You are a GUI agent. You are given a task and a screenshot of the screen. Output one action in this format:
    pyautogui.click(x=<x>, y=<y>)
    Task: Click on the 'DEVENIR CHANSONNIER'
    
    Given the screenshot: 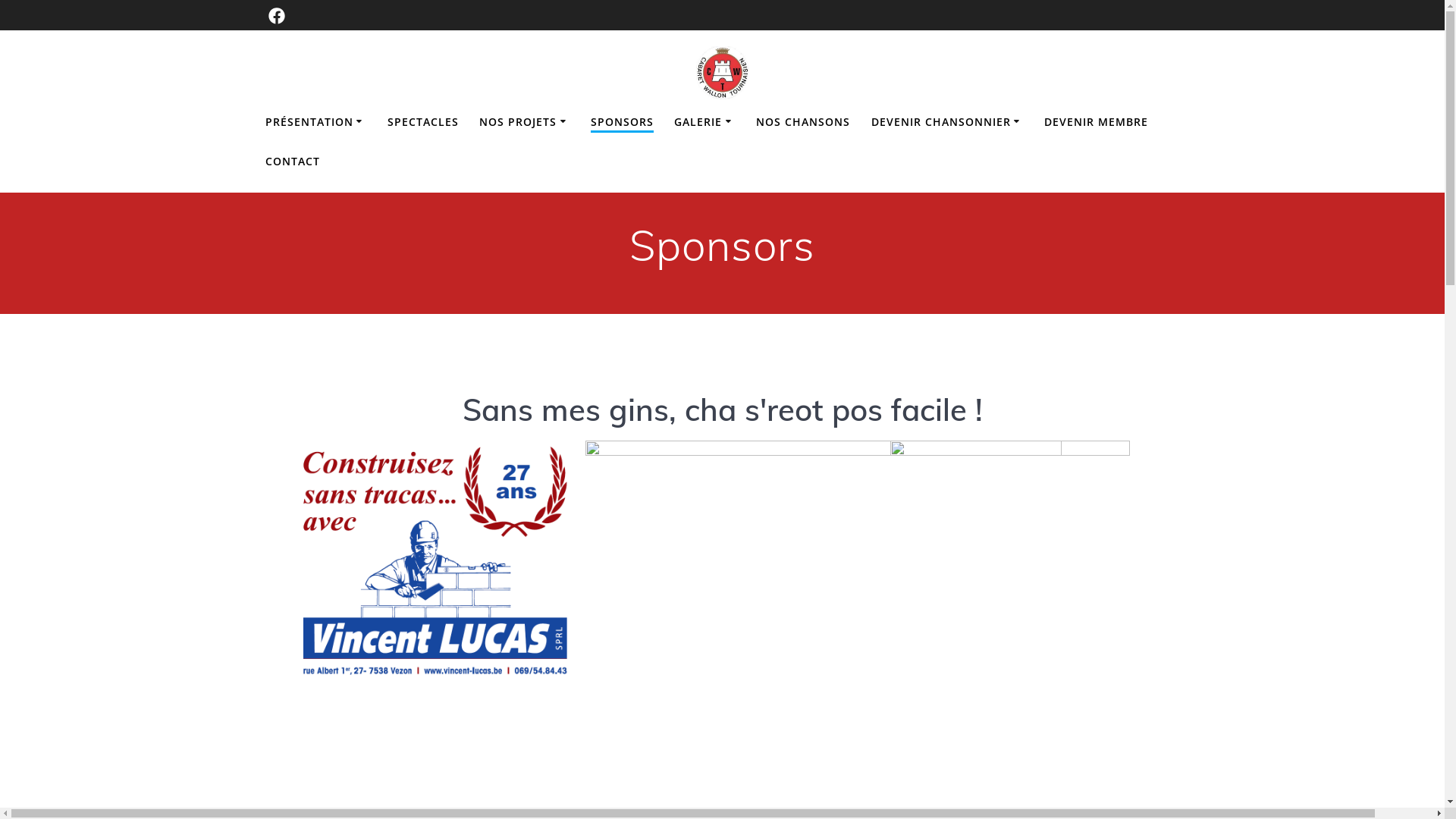 What is the action you would take?
    pyautogui.click(x=946, y=121)
    